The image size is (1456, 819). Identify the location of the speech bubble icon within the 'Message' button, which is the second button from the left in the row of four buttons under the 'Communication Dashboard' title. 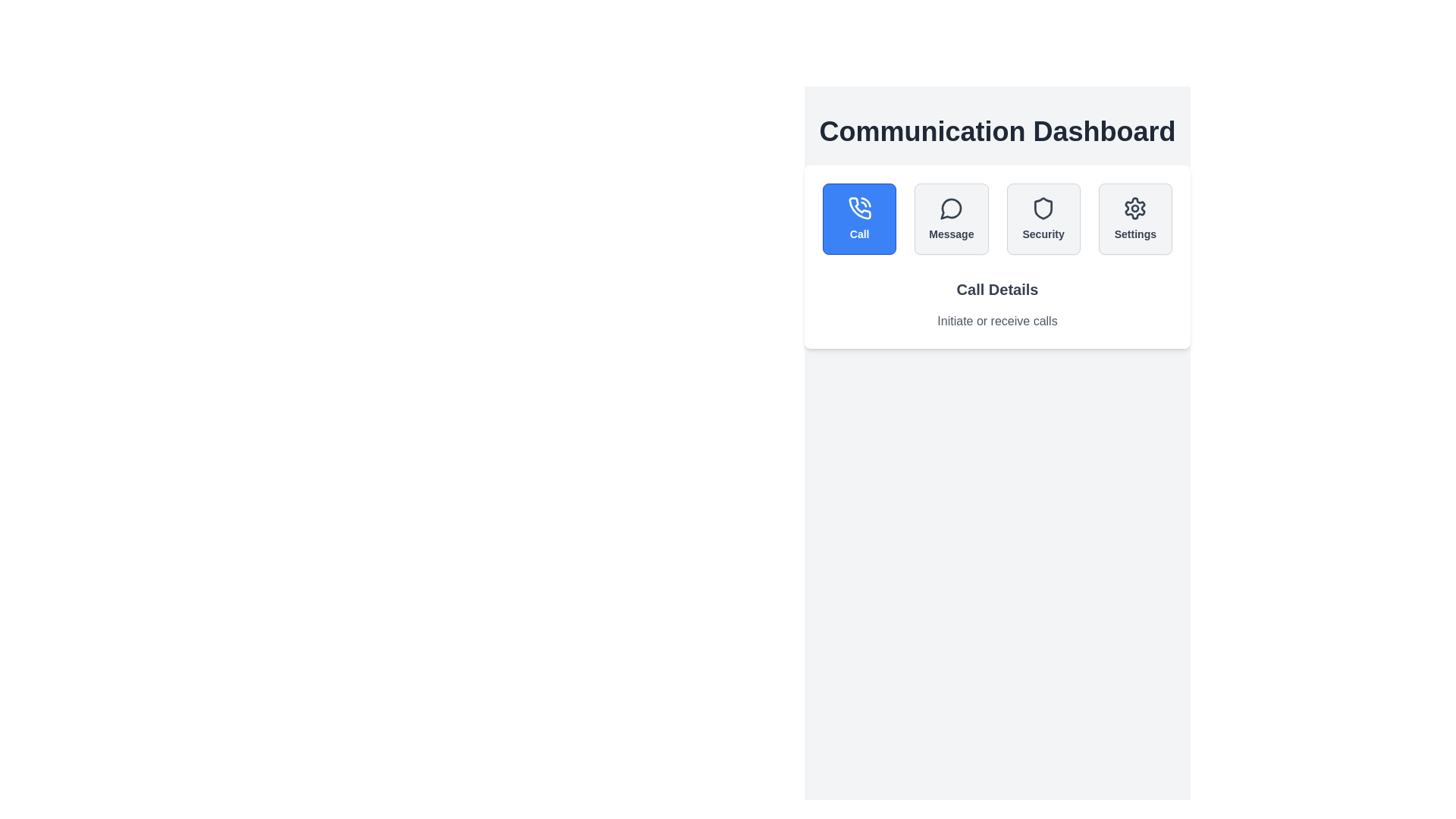
(950, 209).